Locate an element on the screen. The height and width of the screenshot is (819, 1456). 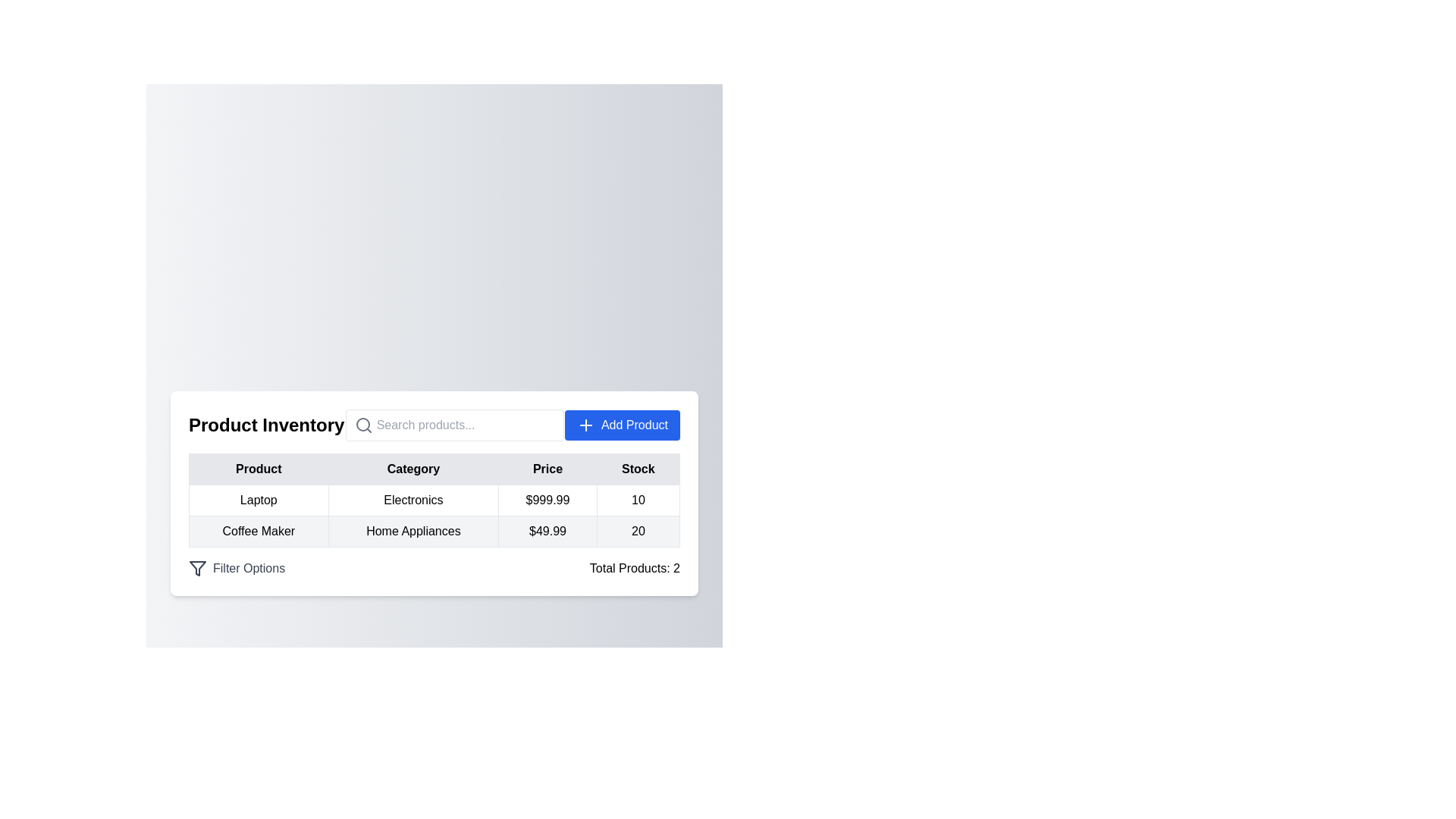
the text label displaying the price of the item 'Laptop', which is located in the 'Price' column of the table is located at coordinates (547, 500).